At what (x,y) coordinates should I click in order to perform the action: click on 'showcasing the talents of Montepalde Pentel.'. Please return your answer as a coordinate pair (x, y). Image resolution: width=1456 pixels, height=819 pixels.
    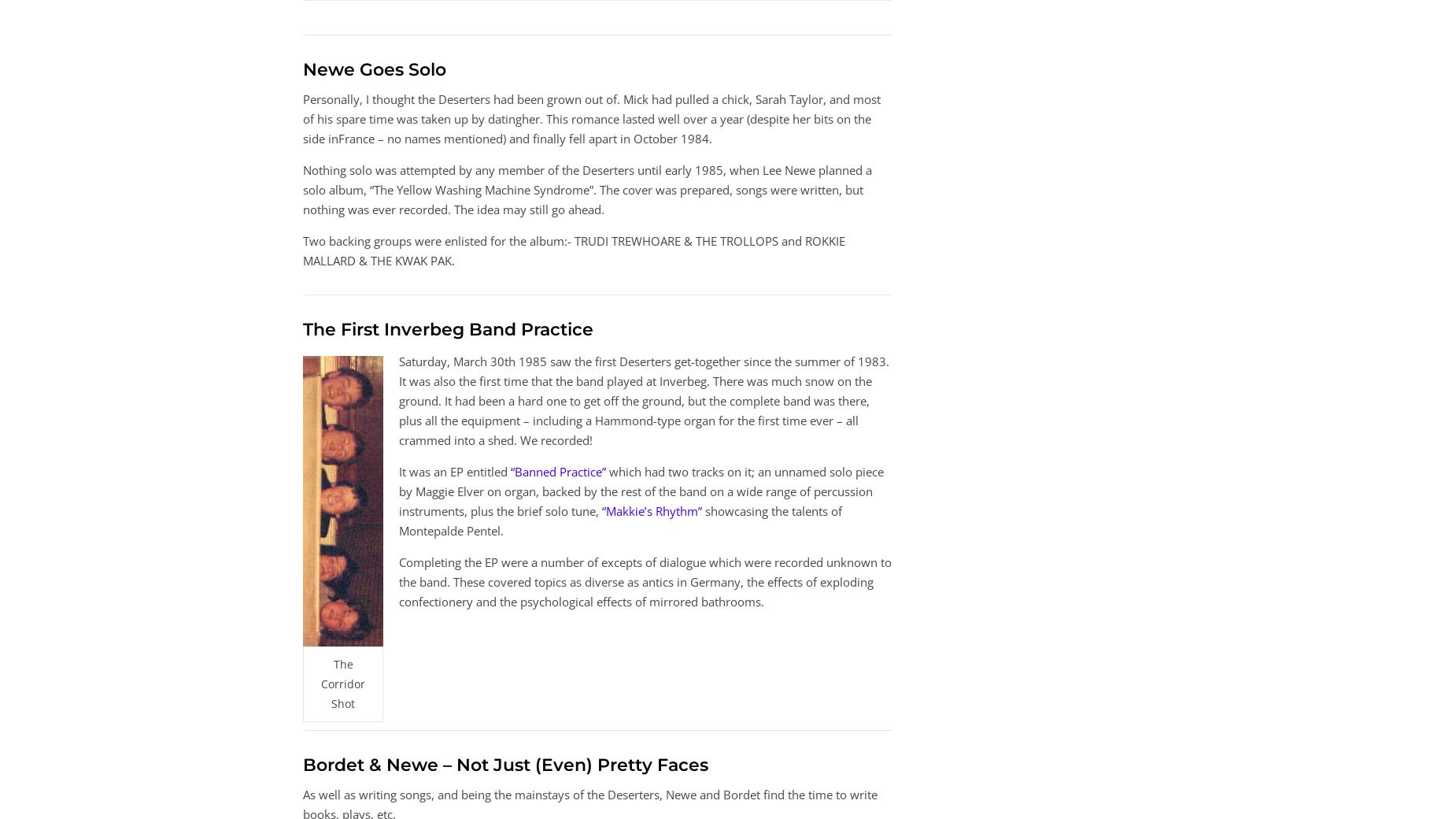
    Looking at the image, I should click on (620, 520).